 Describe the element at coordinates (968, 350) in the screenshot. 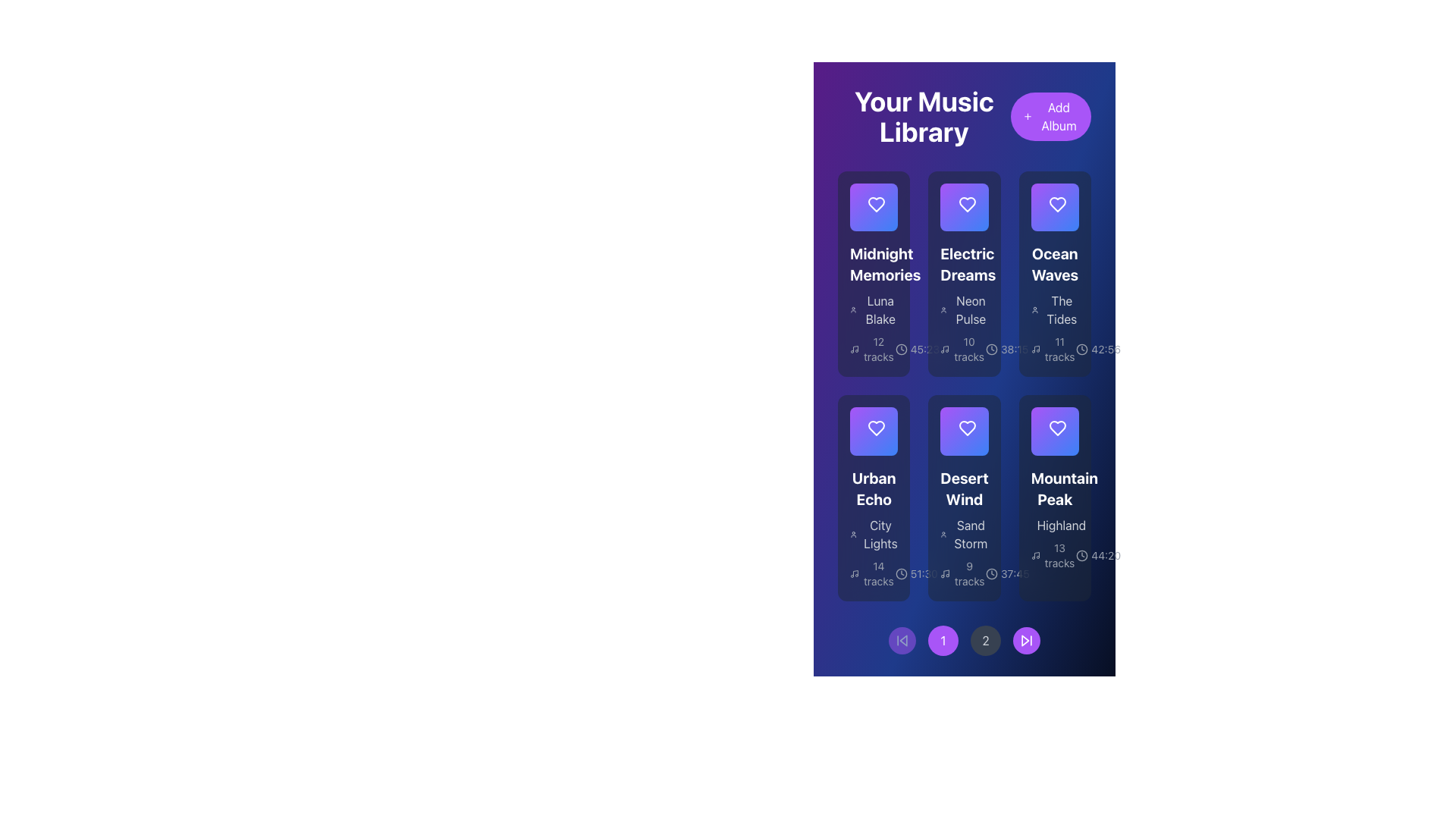

I see `the informational text label displaying the number of tracks available in the 'Electric Dreams' album, which is located beneath the album's subtitle and above the album duration` at that location.